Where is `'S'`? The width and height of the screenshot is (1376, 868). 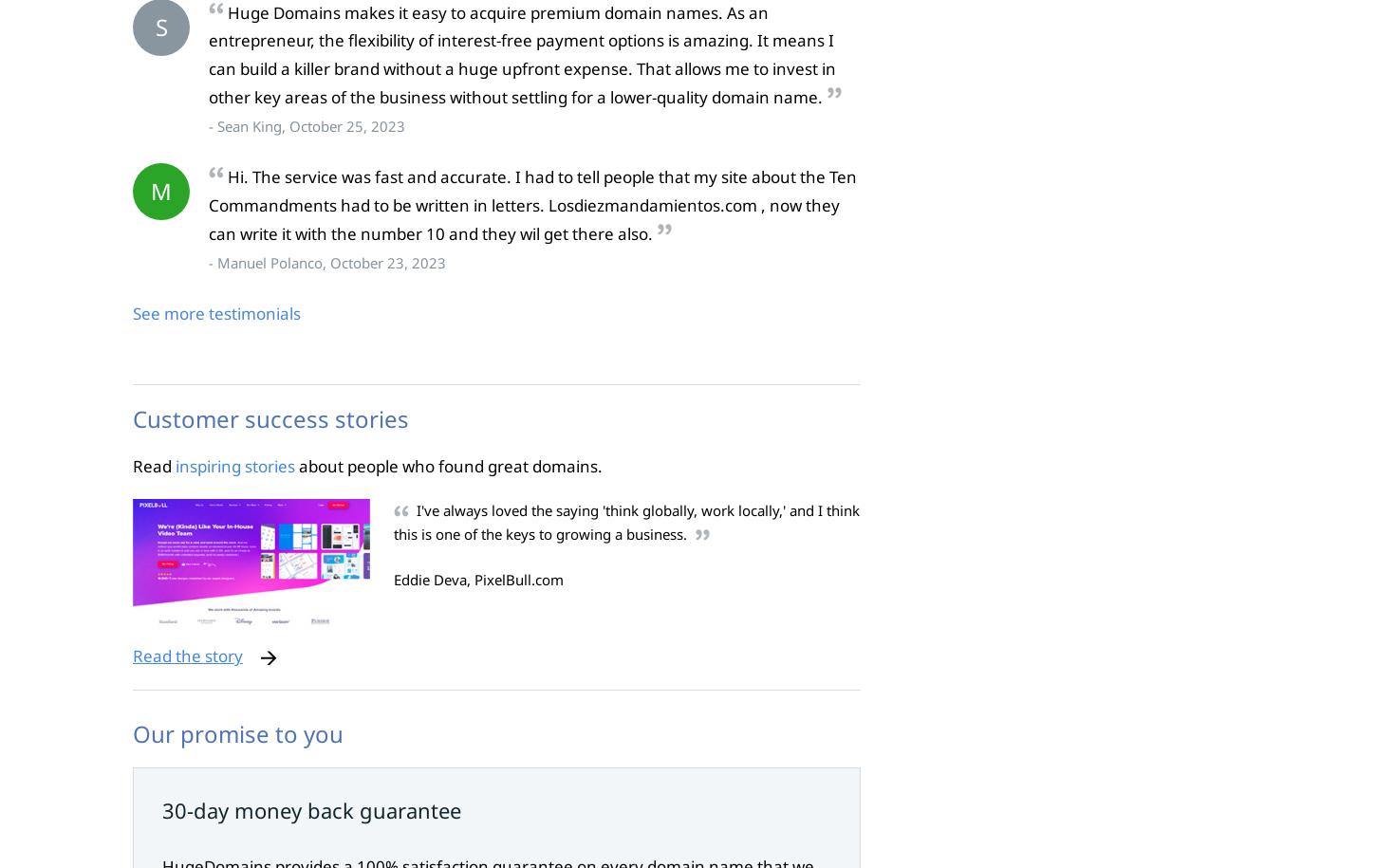
'S' is located at coordinates (159, 26).